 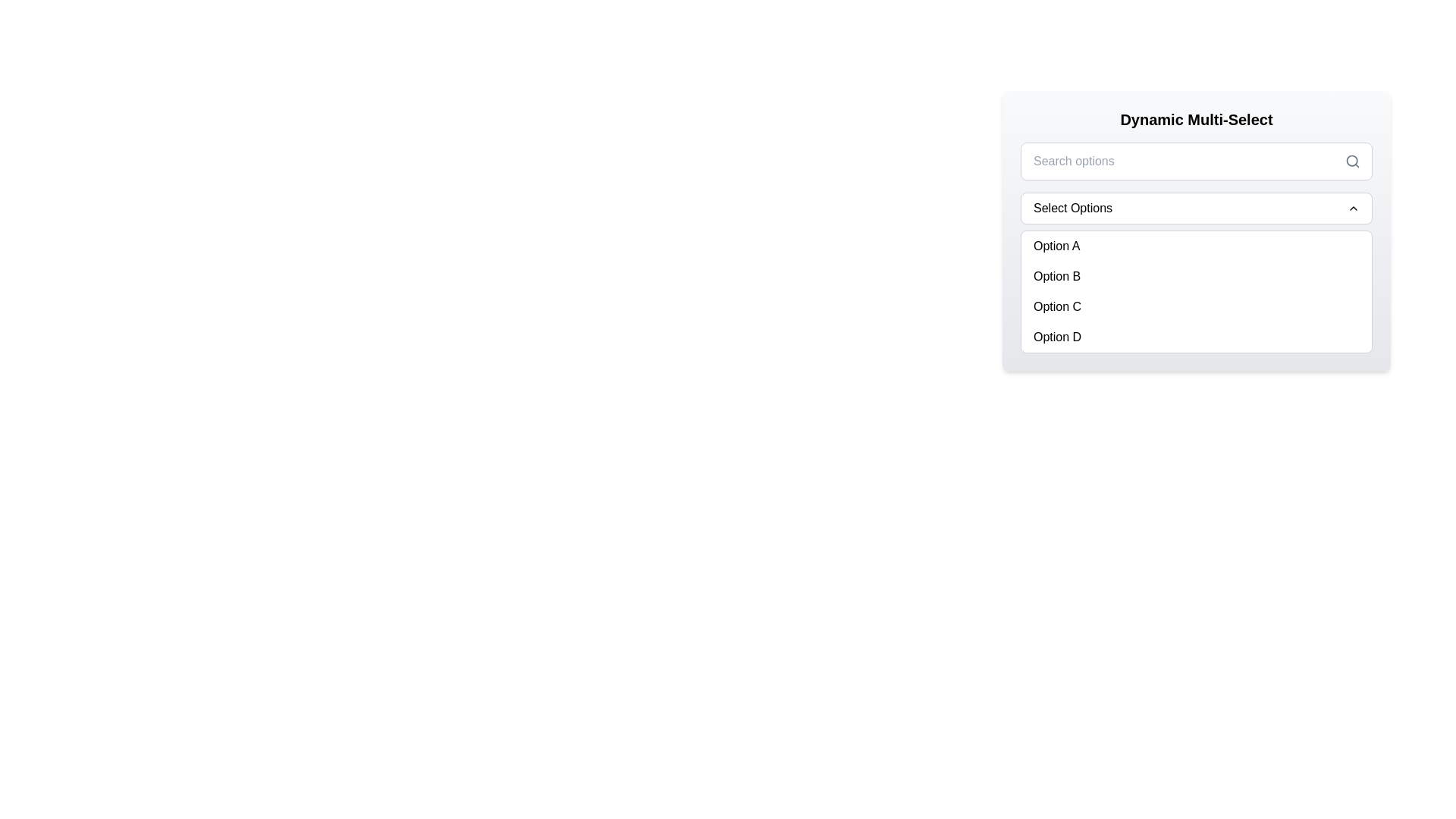 What do you see at coordinates (1056, 307) in the screenshot?
I see `the text-based selectable item 'Option C' in the dropdown menu` at bounding box center [1056, 307].